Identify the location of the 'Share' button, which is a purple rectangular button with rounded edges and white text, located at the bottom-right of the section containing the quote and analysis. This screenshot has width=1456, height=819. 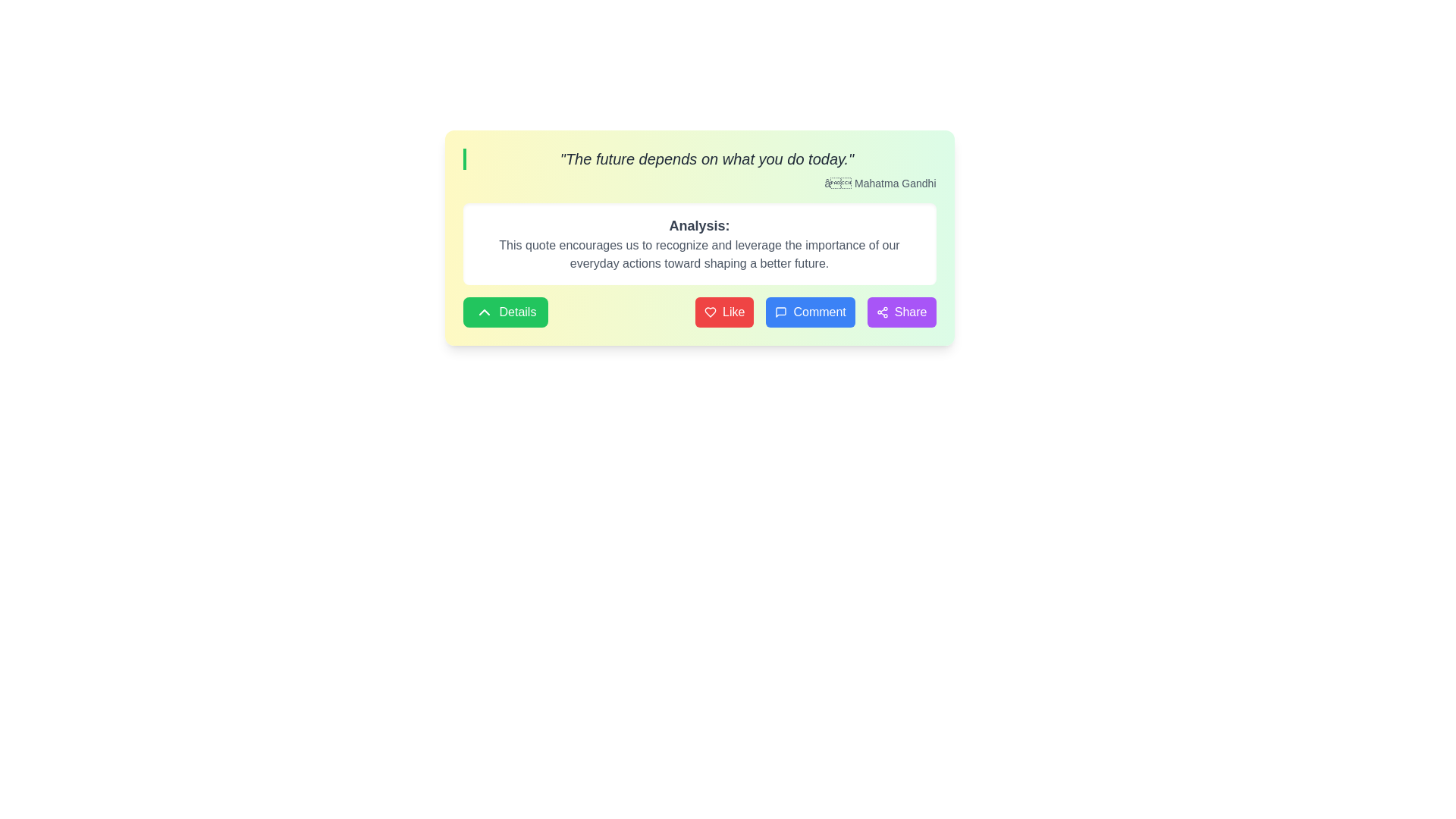
(902, 312).